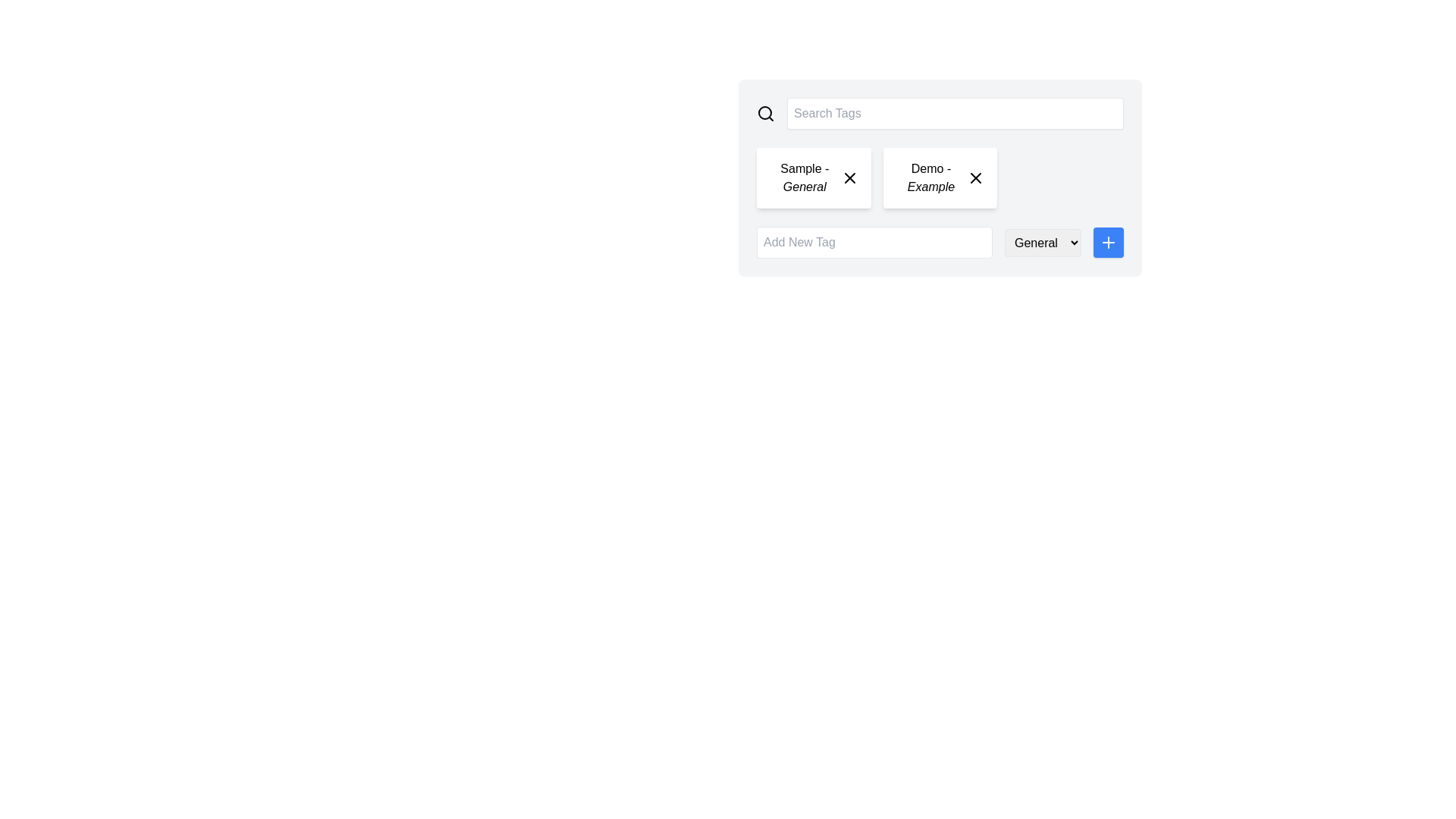  I want to click on the text label displaying 'Demo - Example', which is the second tag in a horizontal list of tags, located between 'Sample - General' and a close button 'X', so click(930, 177).